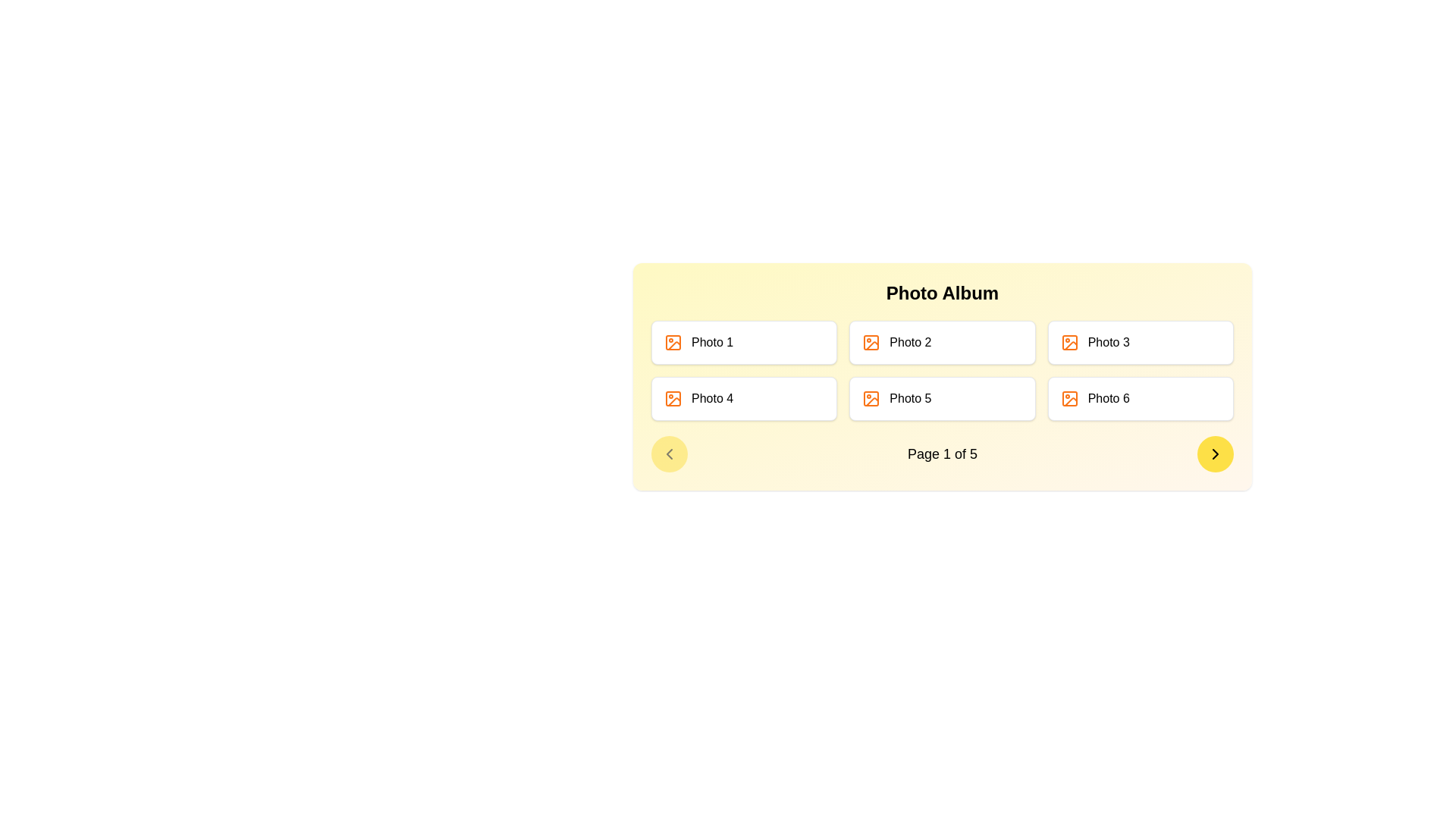 This screenshot has height=819, width=1456. Describe the element at coordinates (910, 342) in the screenshot. I see `descriptive text label for the photo entry located in the second column of the first row, immediately to the right of the orange photo icon` at that location.